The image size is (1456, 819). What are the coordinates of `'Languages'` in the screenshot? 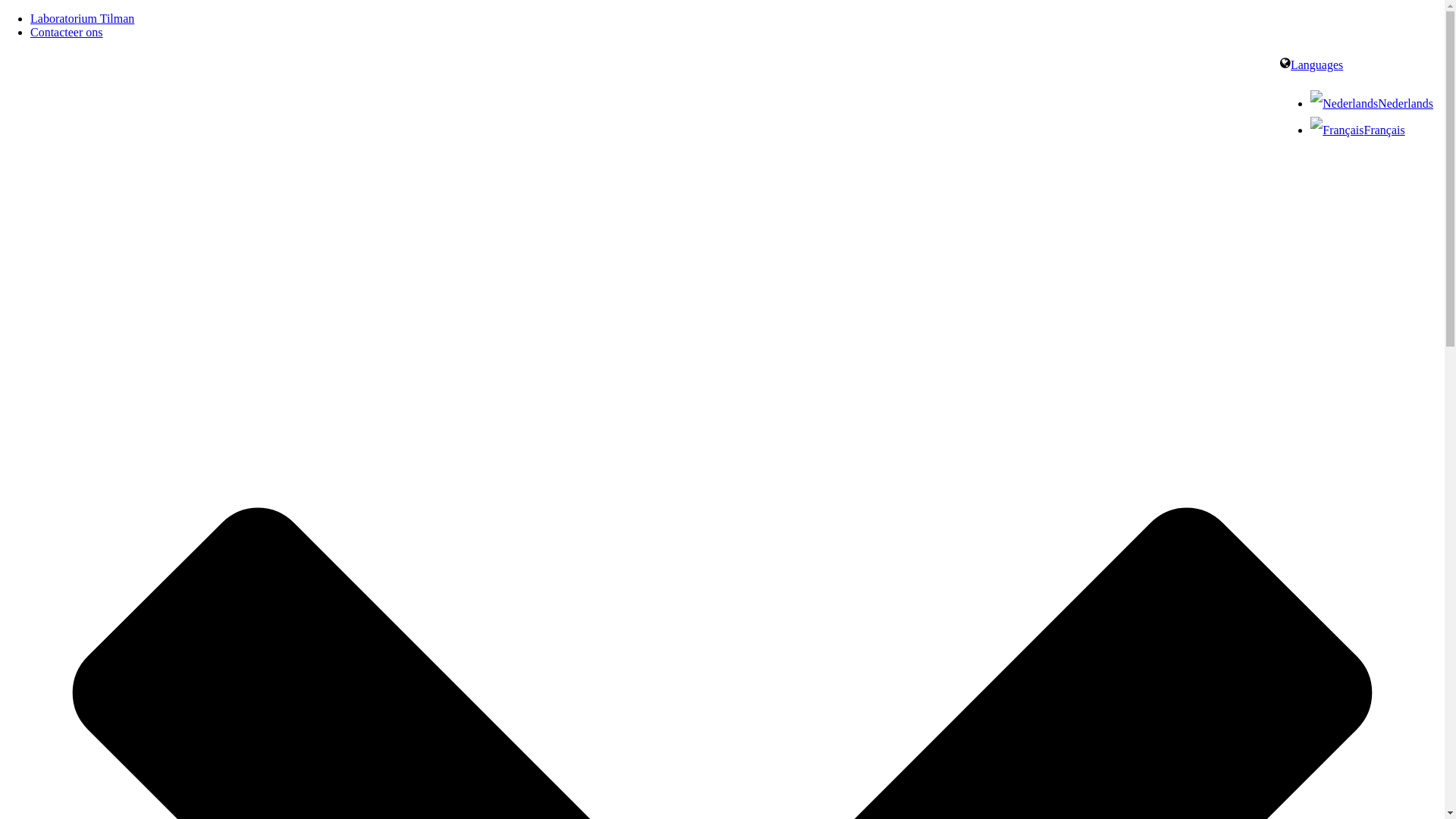 It's located at (1310, 64).